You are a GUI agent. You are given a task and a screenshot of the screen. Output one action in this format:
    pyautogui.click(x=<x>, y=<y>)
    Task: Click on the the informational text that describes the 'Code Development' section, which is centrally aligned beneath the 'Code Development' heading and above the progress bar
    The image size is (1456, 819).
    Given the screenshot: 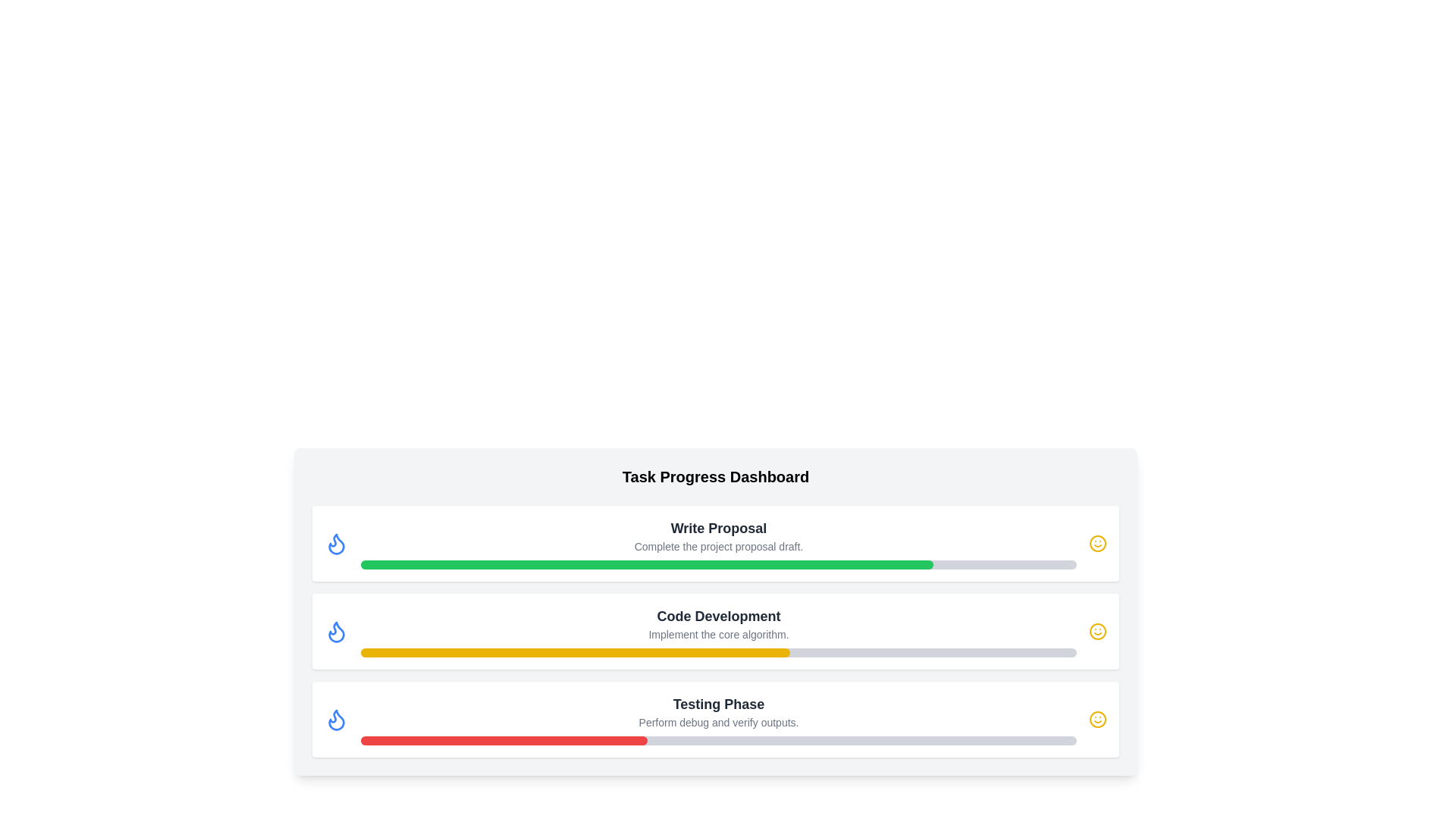 What is the action you would take?
    pyautogui.click(x=718, y=635)
    